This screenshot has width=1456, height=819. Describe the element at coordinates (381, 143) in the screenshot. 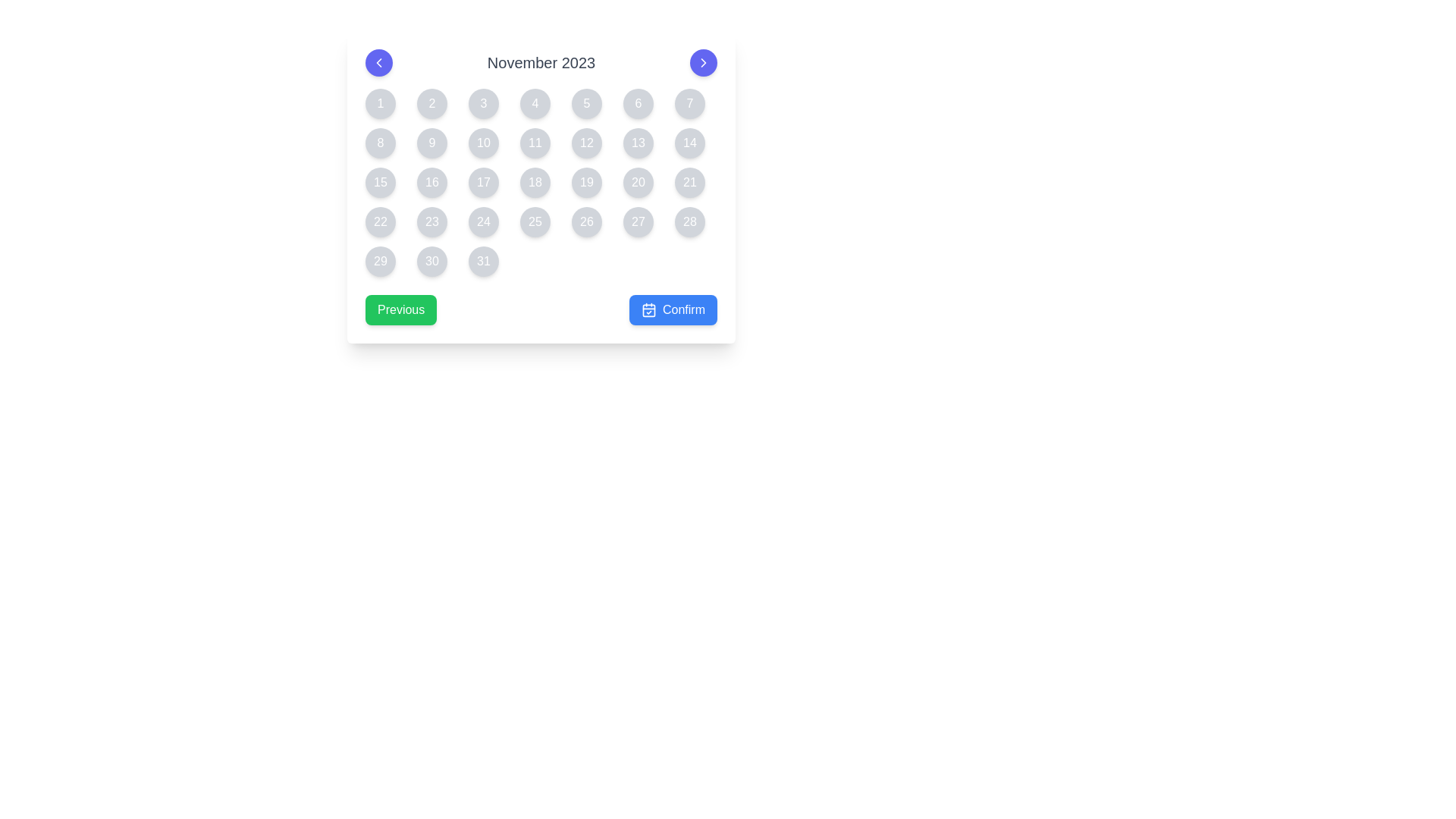

I see `the '8' date button in the calendar interface` at that location.